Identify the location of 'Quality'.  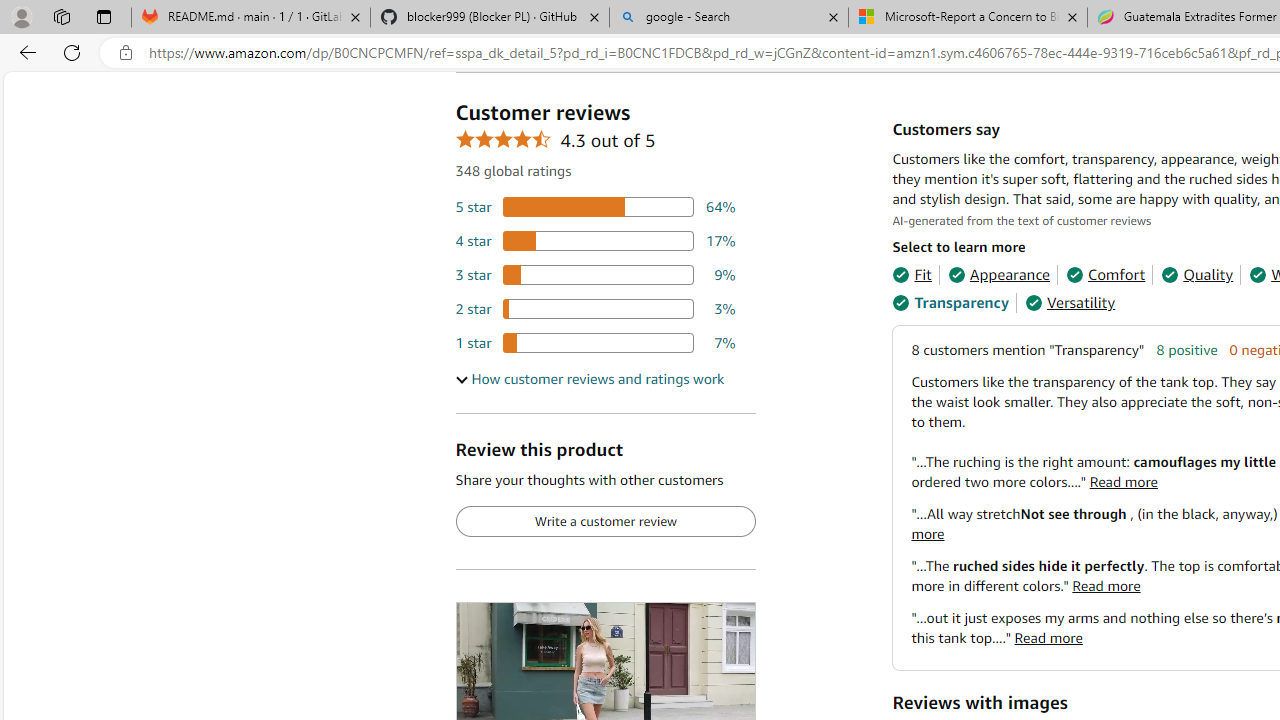
(1197, 275).